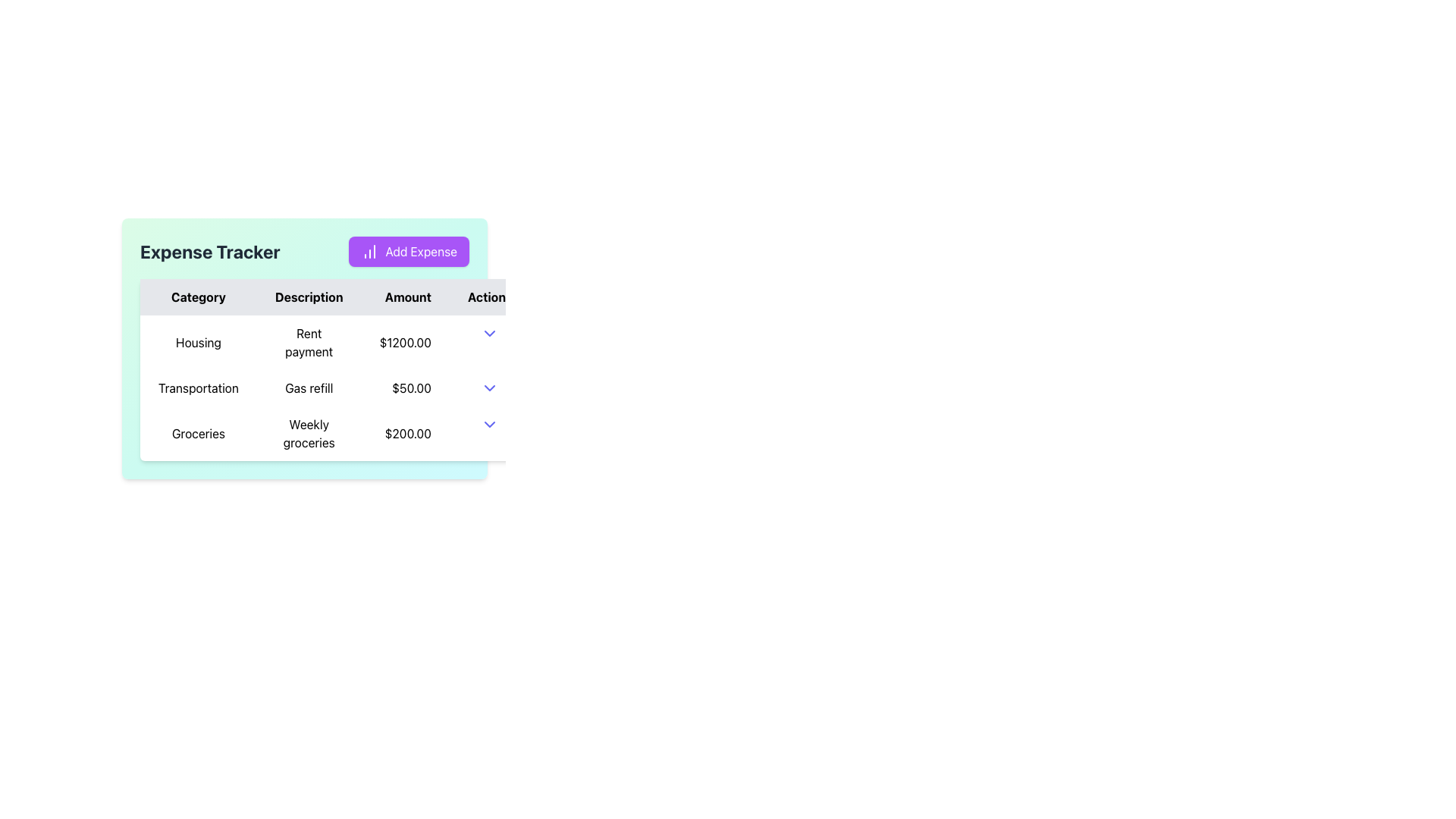  Describe the element at coordinates (308, 297) in the screenshot. I see `the second column header label in the table that indicates the content type of the column below, specifically descriptions of various items` at that location.